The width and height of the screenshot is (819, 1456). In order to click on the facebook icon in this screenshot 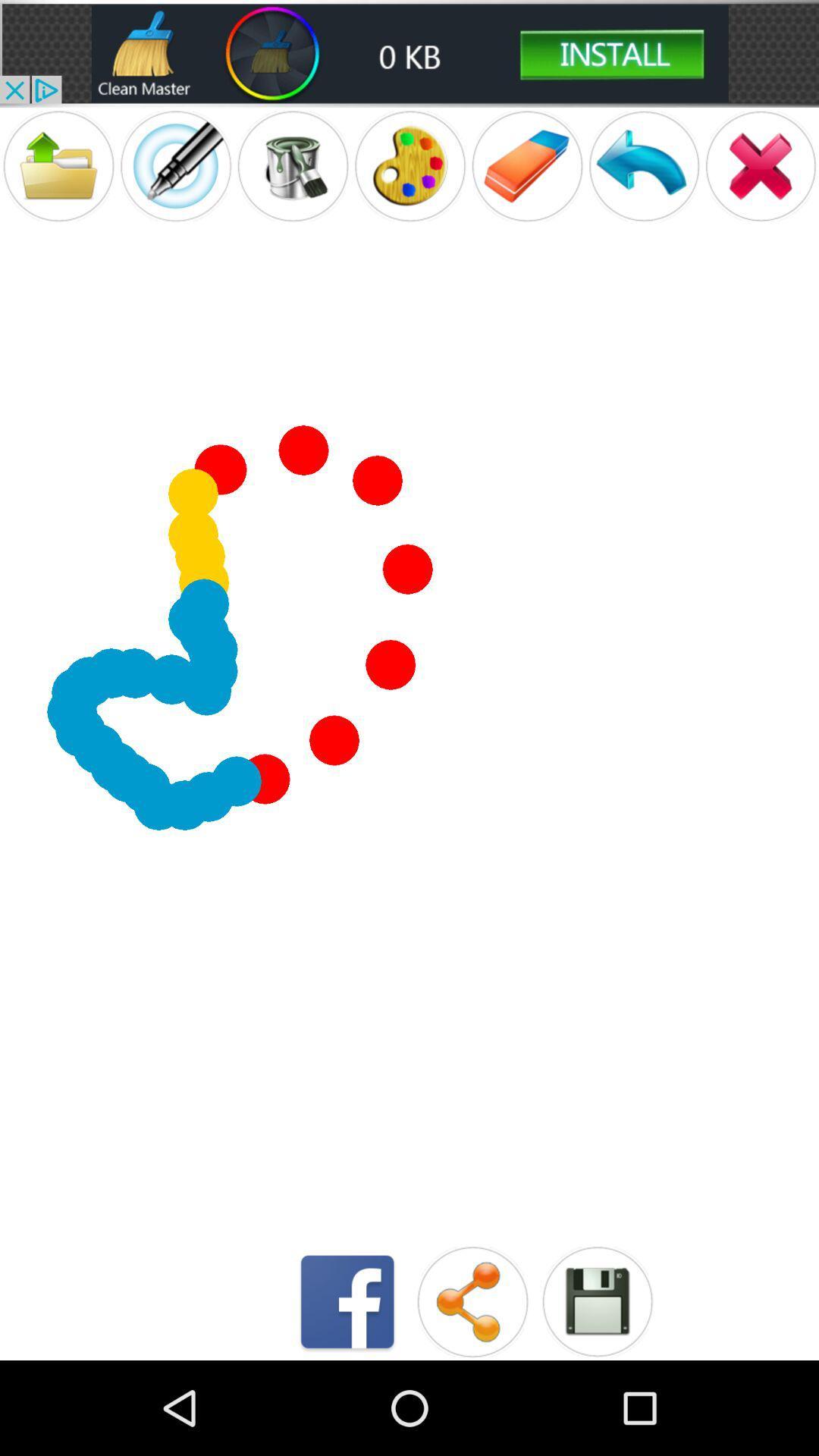, I will do `click(347, 1393)`.